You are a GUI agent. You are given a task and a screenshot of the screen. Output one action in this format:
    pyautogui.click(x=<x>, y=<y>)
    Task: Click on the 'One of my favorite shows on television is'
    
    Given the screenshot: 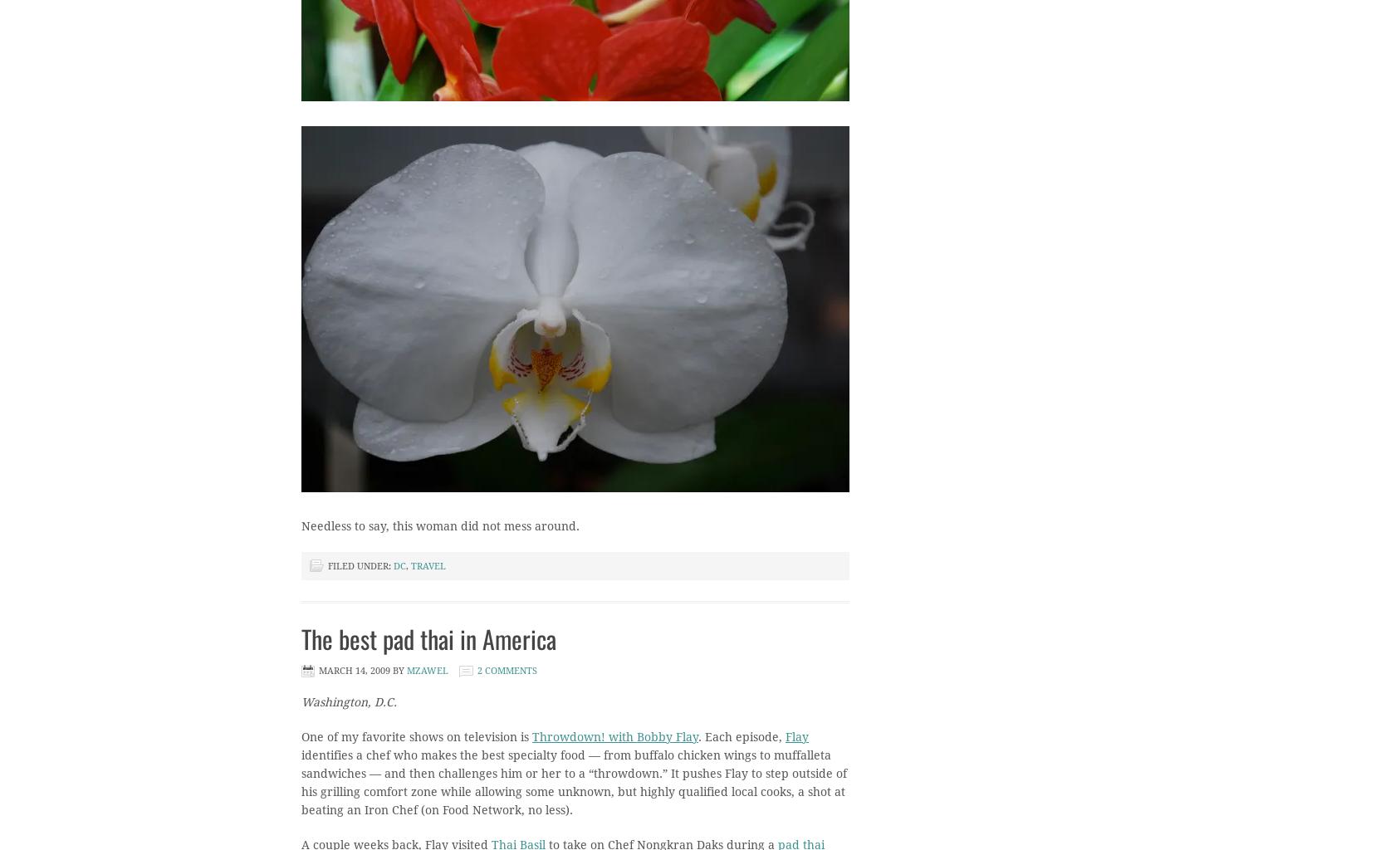 What is the action you would take?
    pyautogui.click(x=416, y=737)
    